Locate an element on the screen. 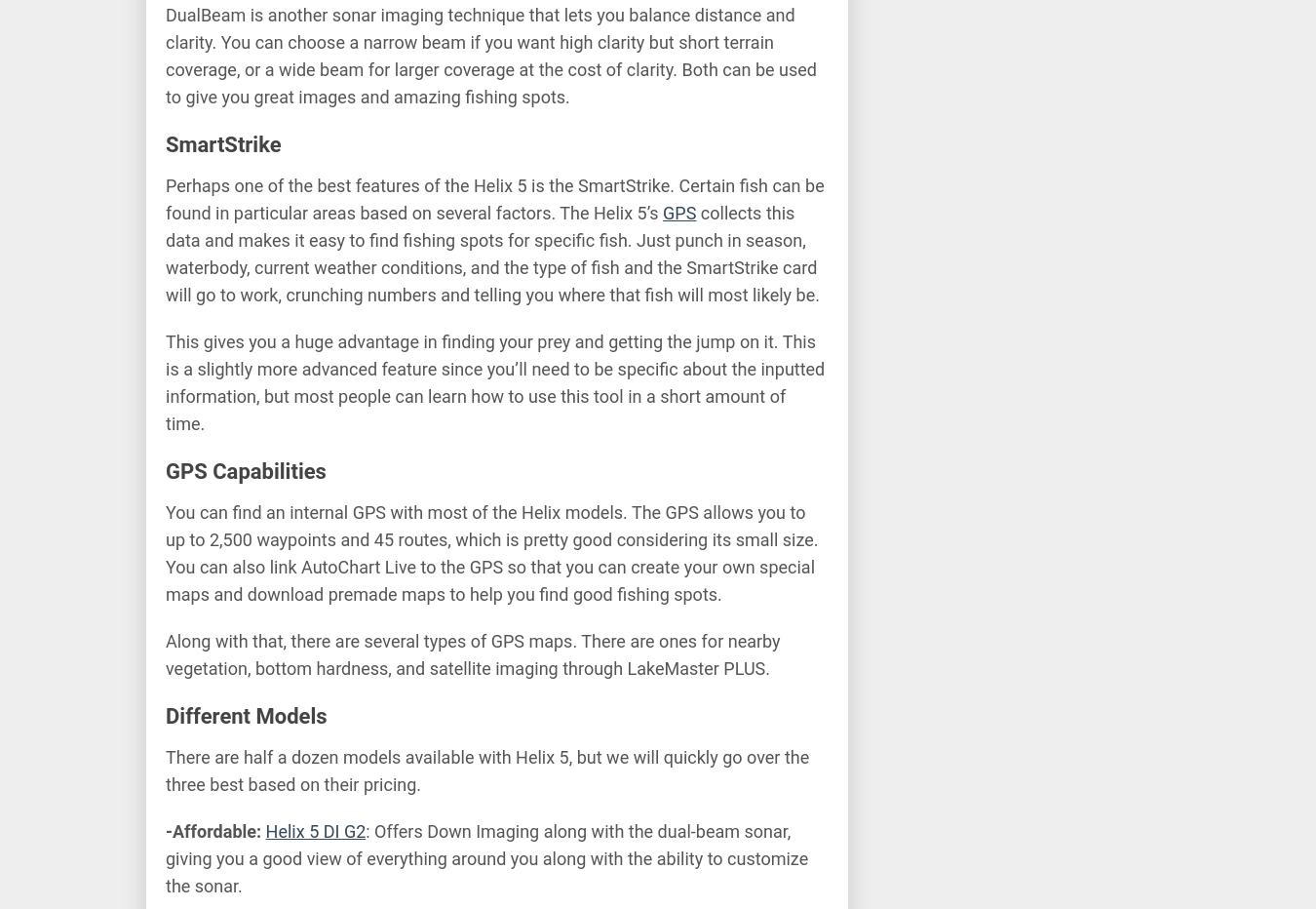  'This gives you a huge advantage in finding your prey and getting the jump on it. This is a slightly more advanced feature since you’ll need to be specific about the inputted information, but most people can learn how to use this tool in a short amount of time.' is located at coordinates (494, 381).